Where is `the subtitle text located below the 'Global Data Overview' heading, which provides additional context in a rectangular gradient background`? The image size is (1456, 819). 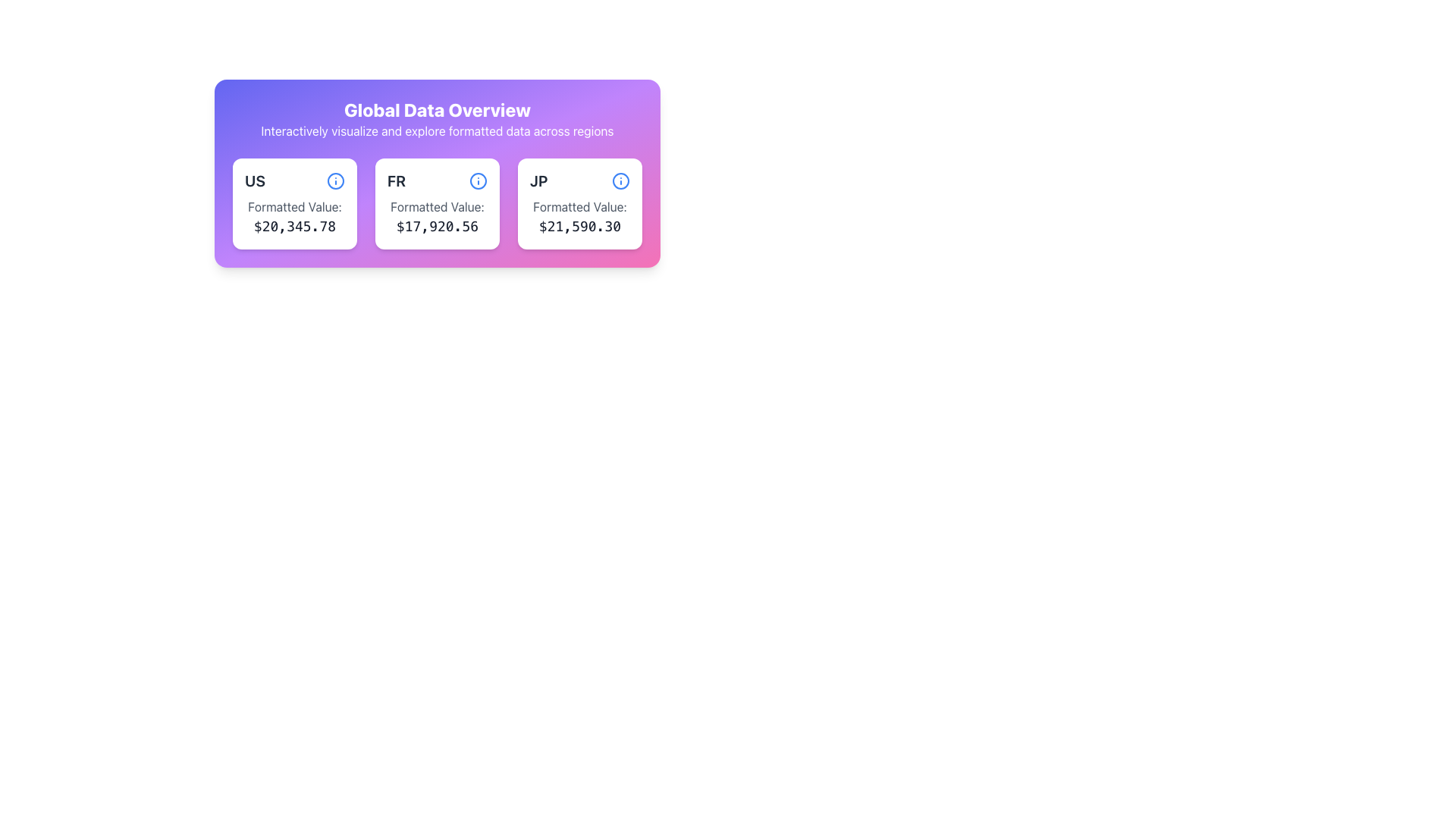 the subtitle text located below the 'Global Data Overview' heading, which provides additional context in a rectangular gradient background is located at coordinates (436, 130).